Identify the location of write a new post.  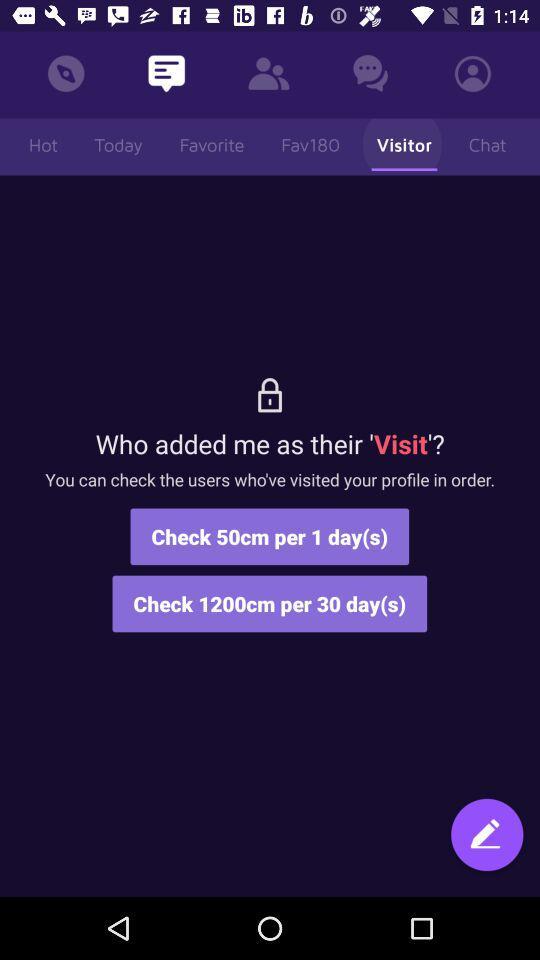
(486, 843).